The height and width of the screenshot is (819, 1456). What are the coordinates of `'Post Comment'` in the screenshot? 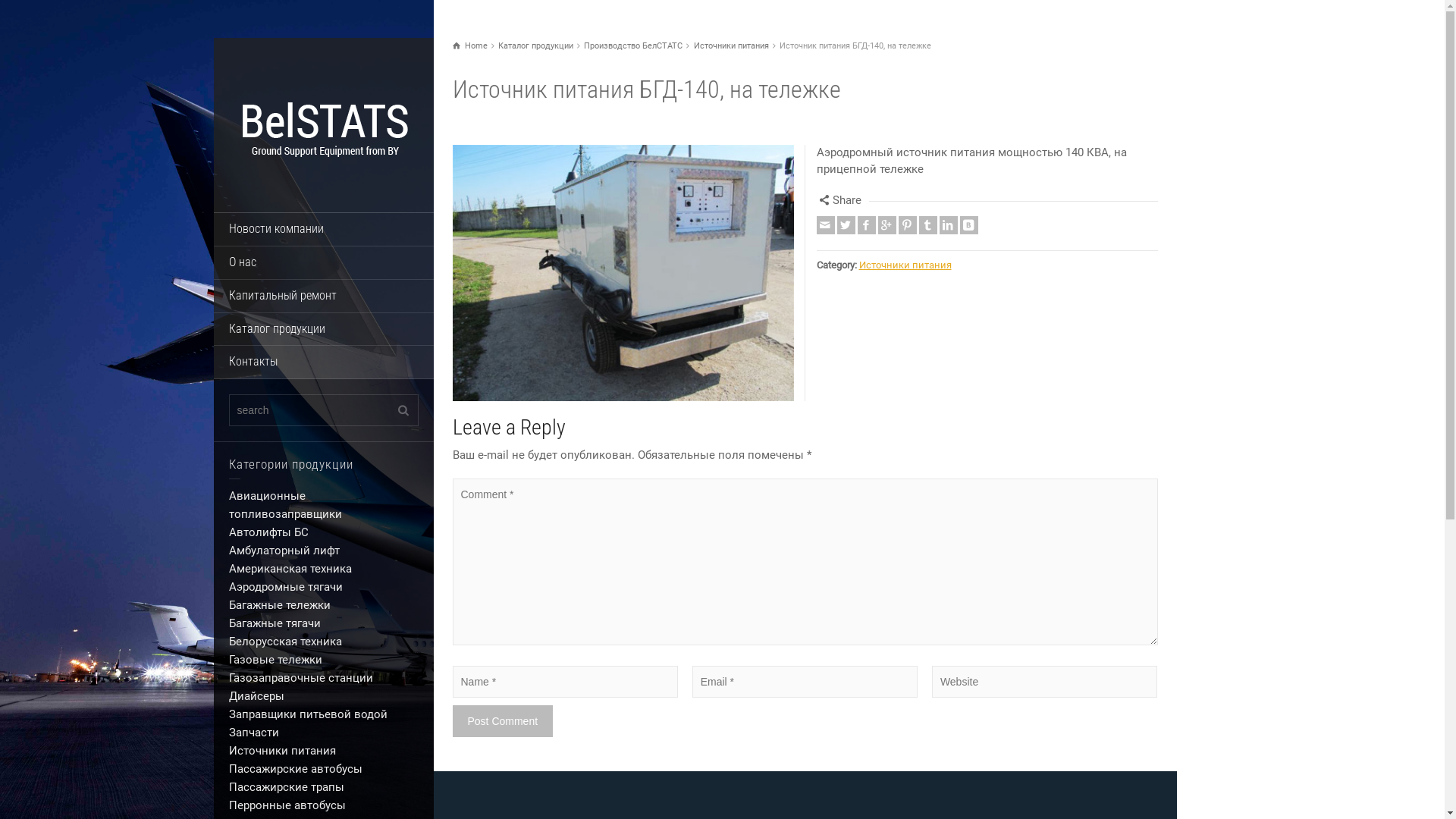 It's located at (502, 720).